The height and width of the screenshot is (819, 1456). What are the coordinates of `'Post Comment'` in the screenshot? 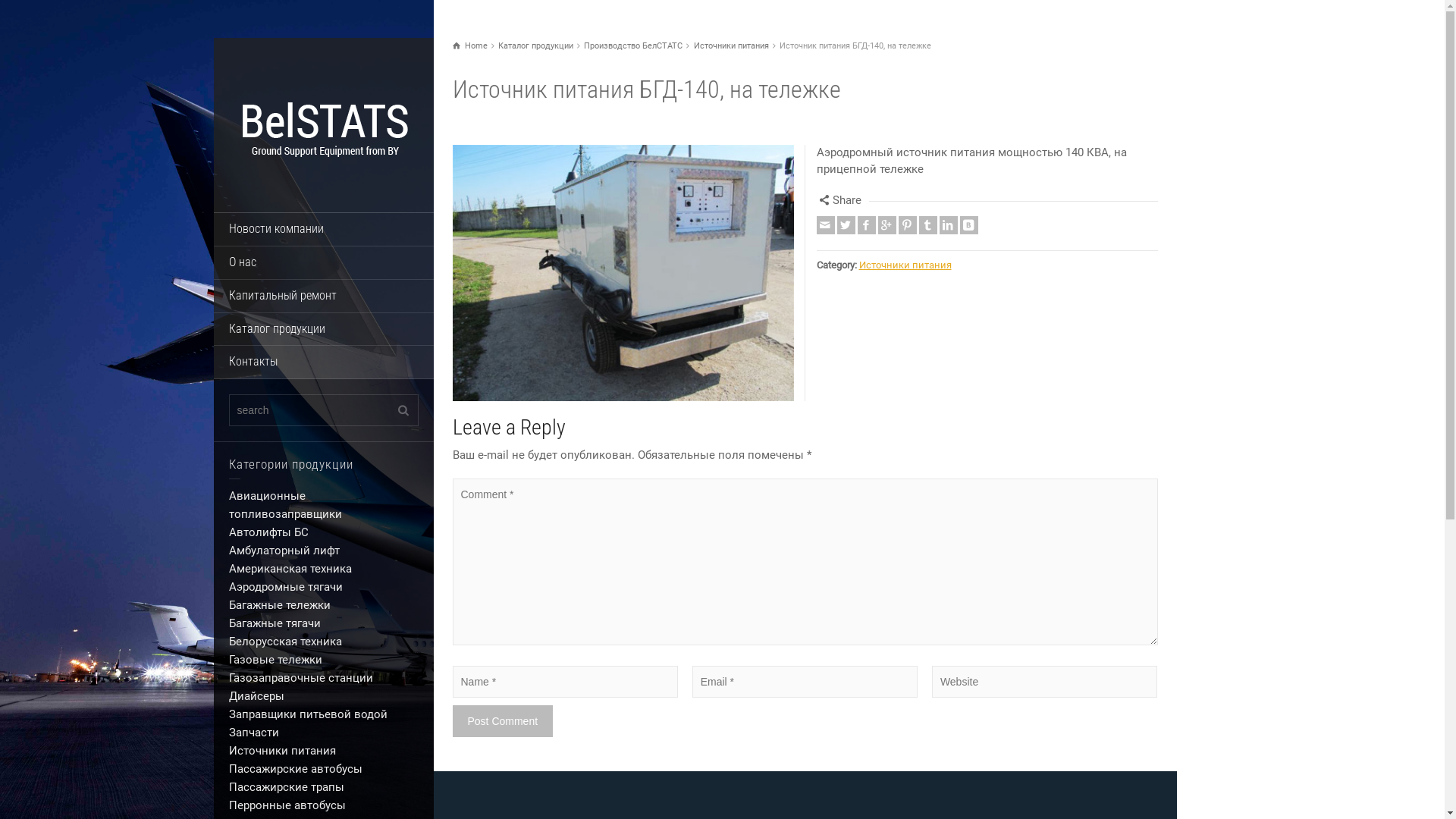 It's located at (502, 720).